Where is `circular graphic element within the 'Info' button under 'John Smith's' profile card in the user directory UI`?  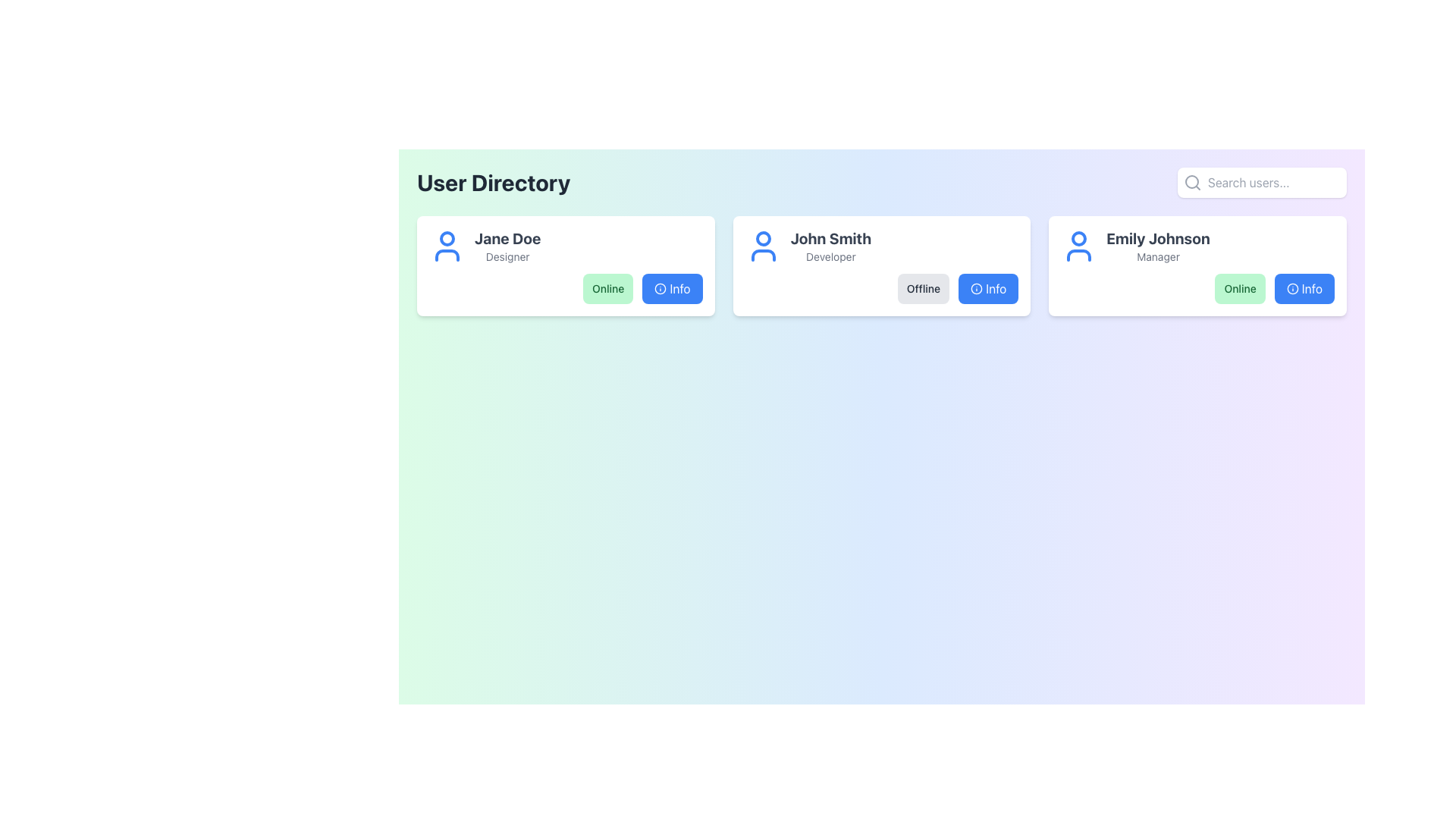
circular graphic element within the 'Info' button under 'John Smith's' profile card in the user directory UI is located at coordinates (661, 289).